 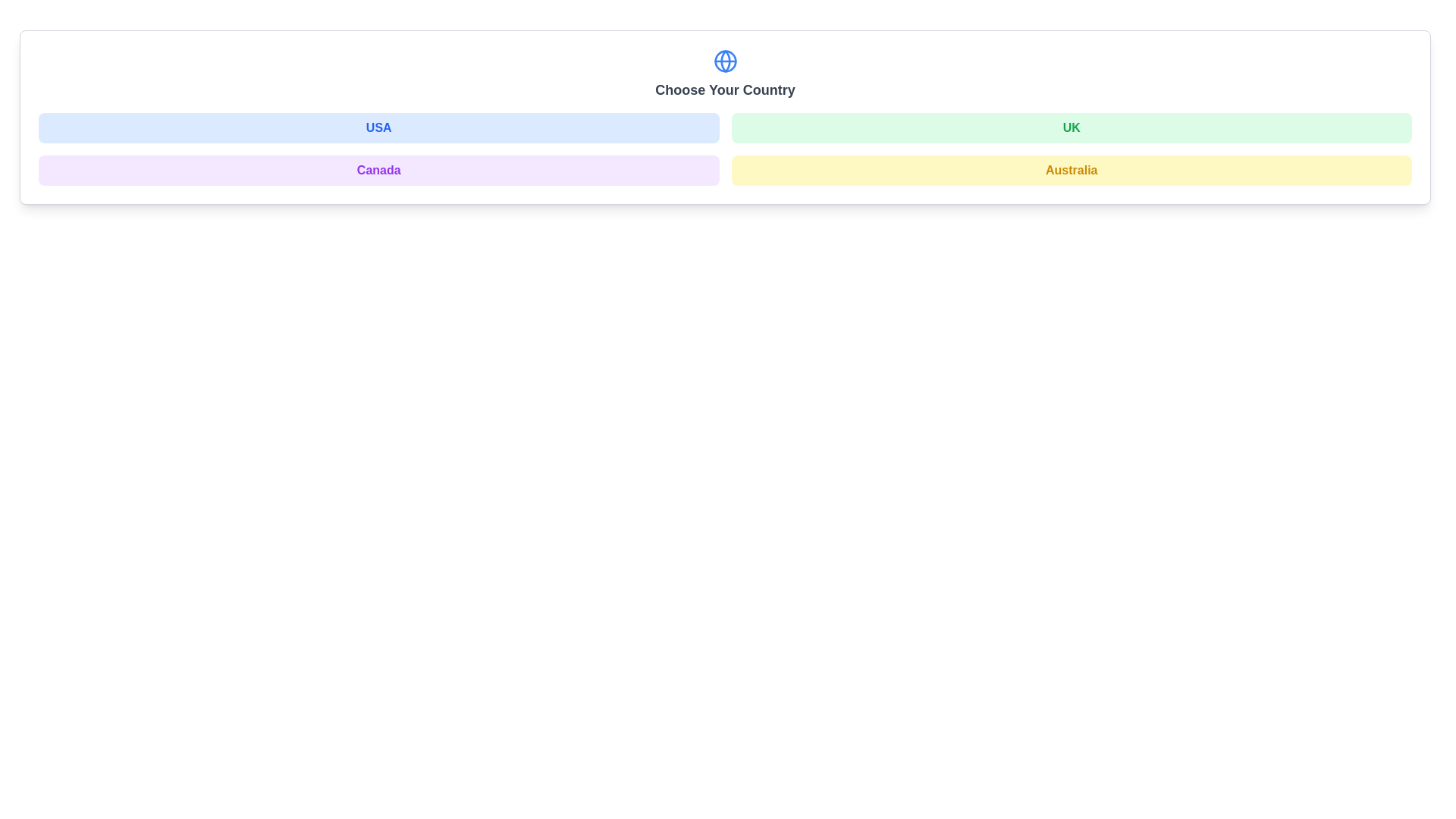 What do you see at coordinates (724, 81) in the screenshot?
I see `the header element with the blue globe icon and the text 'Choose Your Country' located at the top center of a card` at bounding box center [724, 81].